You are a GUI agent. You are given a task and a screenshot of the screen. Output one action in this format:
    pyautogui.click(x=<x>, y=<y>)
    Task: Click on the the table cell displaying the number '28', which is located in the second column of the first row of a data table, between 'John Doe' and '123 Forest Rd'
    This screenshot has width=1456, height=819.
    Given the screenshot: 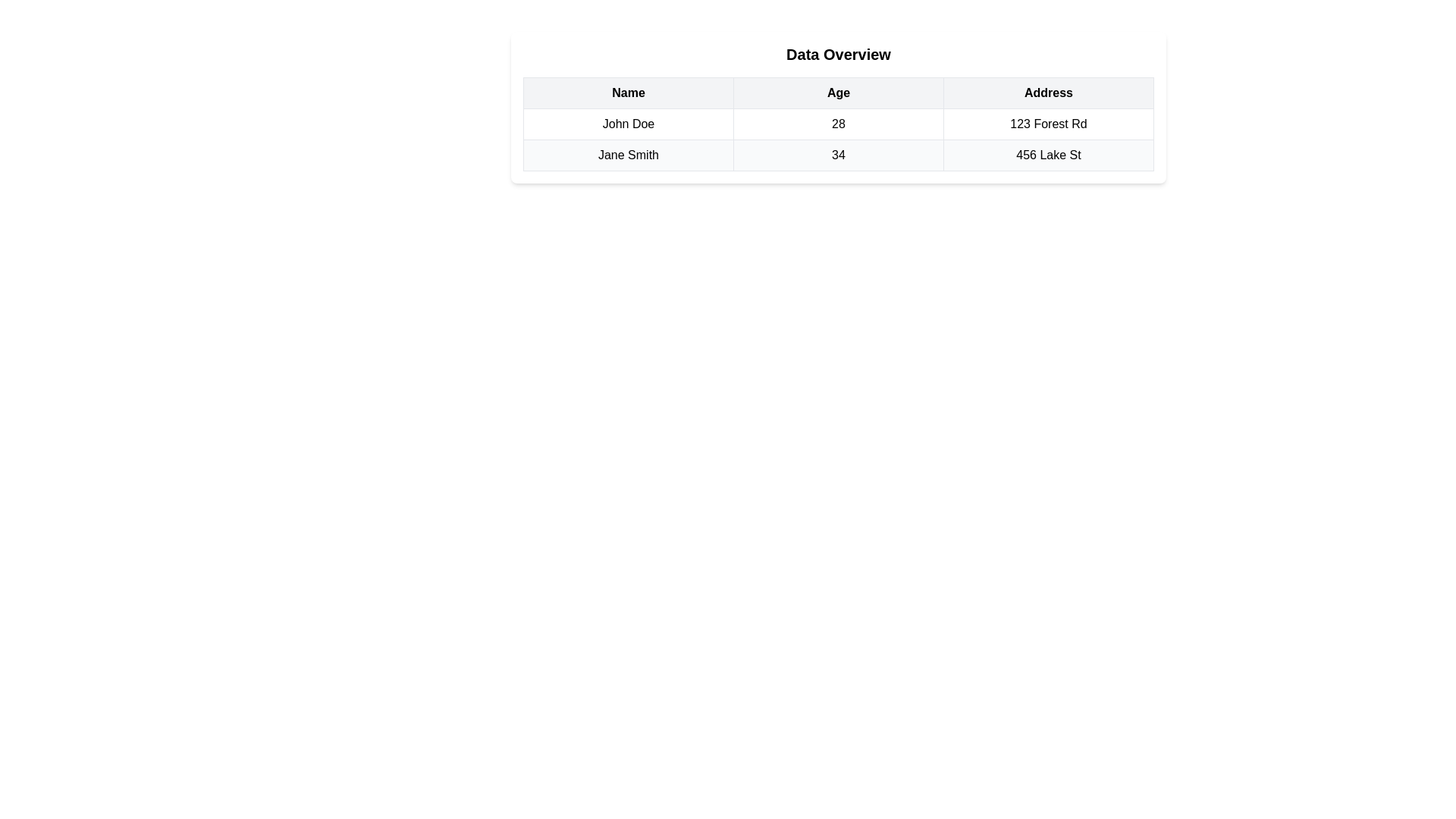 What is the action you would take?
    pyautogui.click(x=837, y=124)
    